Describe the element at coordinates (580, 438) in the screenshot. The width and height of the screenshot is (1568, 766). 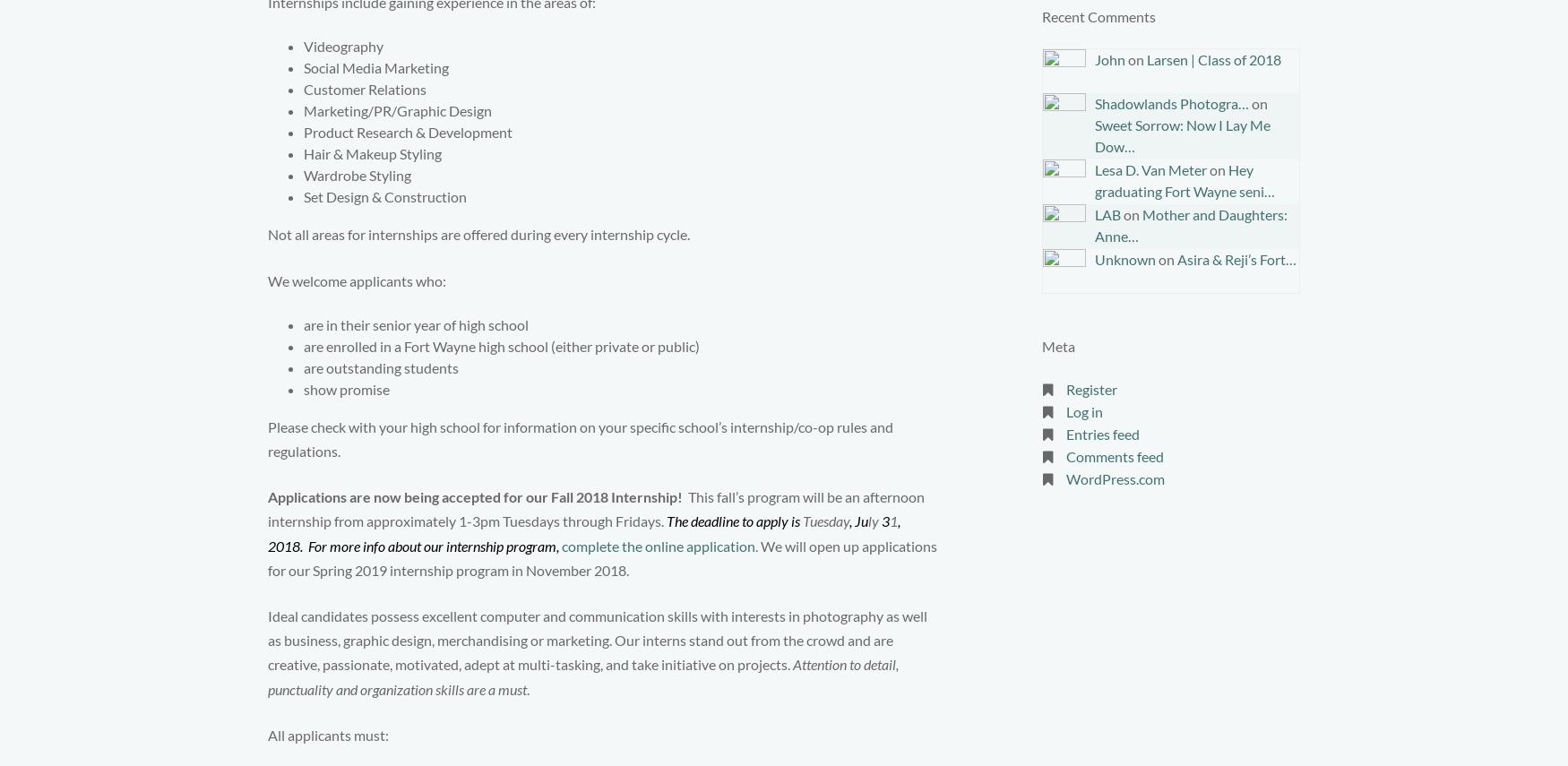
I see `'Please check with your high school for information on your specific school’s internship/co-op rules and regulations.'` at that location.